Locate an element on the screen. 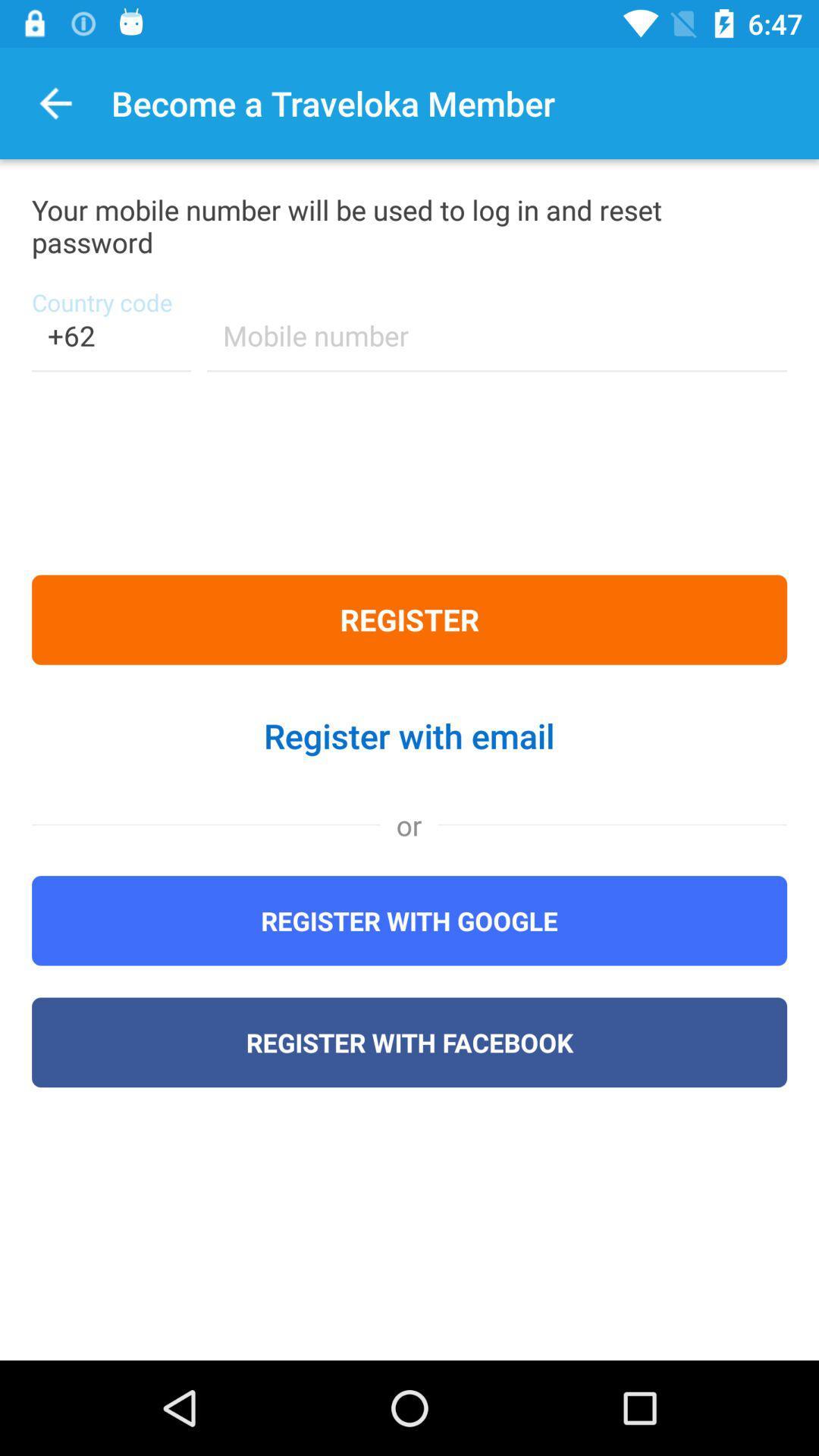 Image resolution: width=819 pixels, height=1456 pixels. item above the register is located at coordinates (110, 344).